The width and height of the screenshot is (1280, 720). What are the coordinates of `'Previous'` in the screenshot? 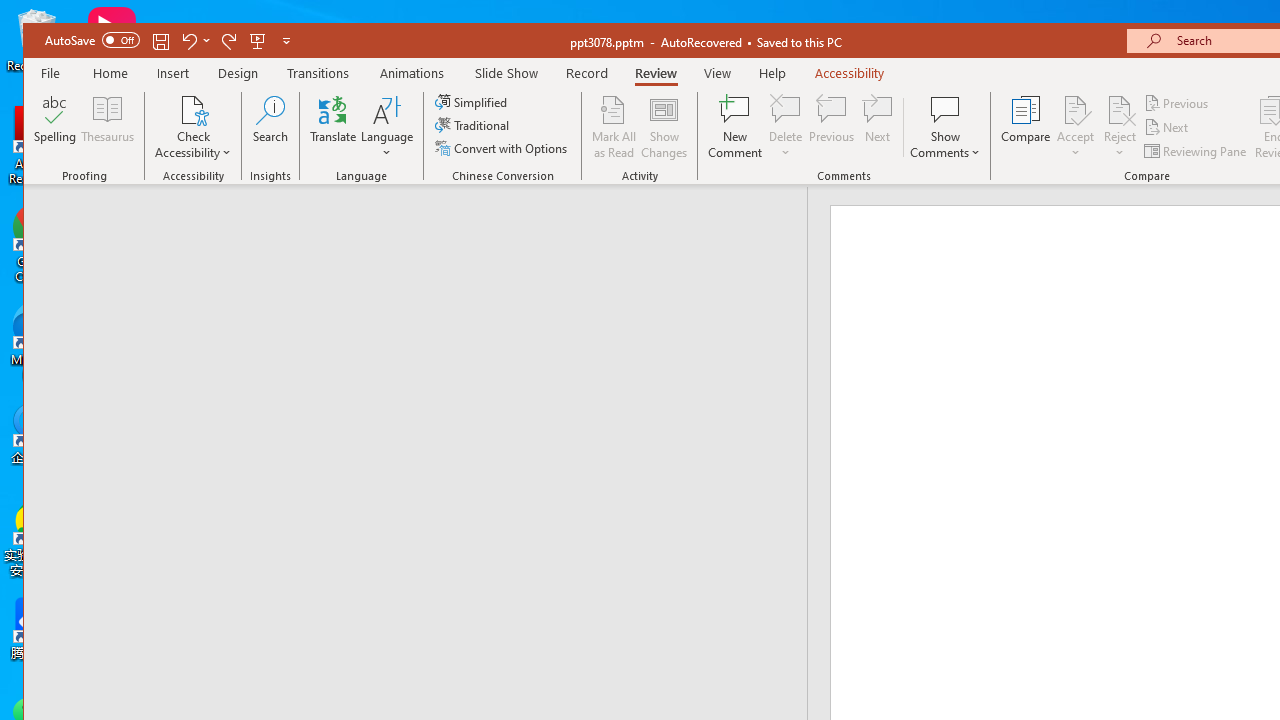 It's located at (1177, 103).